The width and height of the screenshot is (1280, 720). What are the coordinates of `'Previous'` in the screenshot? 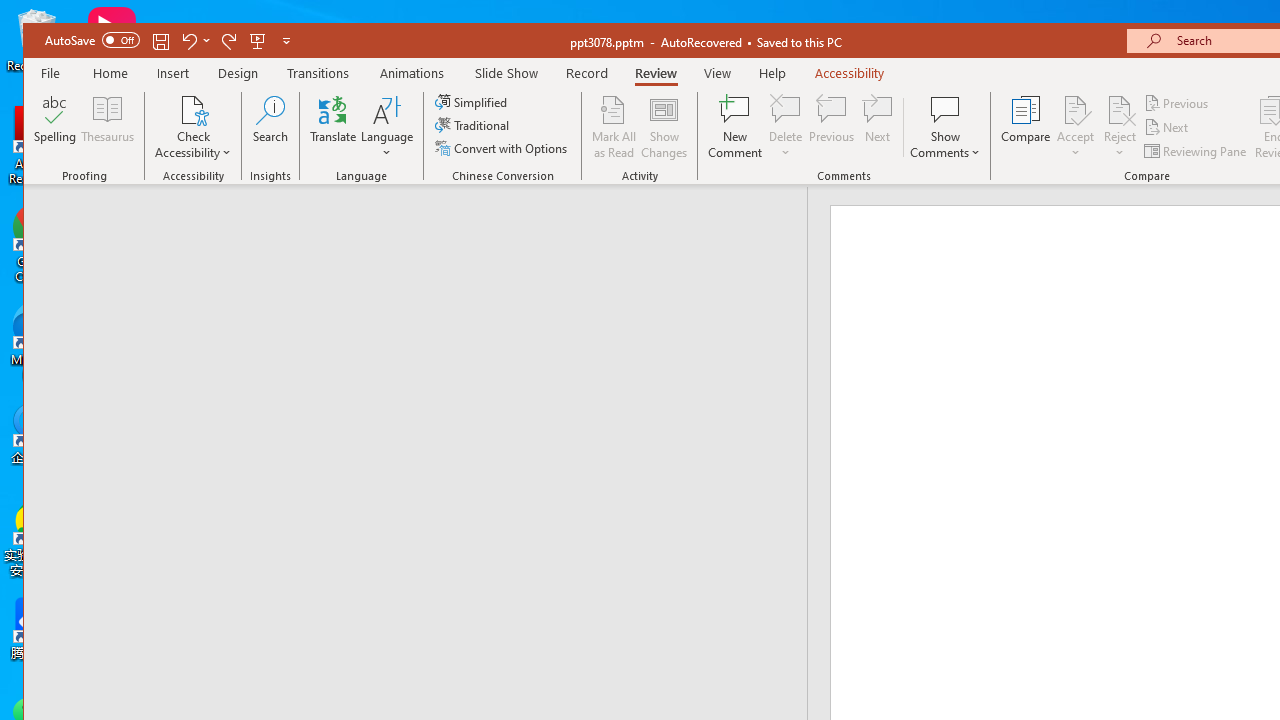 It's located at (1177, 103).